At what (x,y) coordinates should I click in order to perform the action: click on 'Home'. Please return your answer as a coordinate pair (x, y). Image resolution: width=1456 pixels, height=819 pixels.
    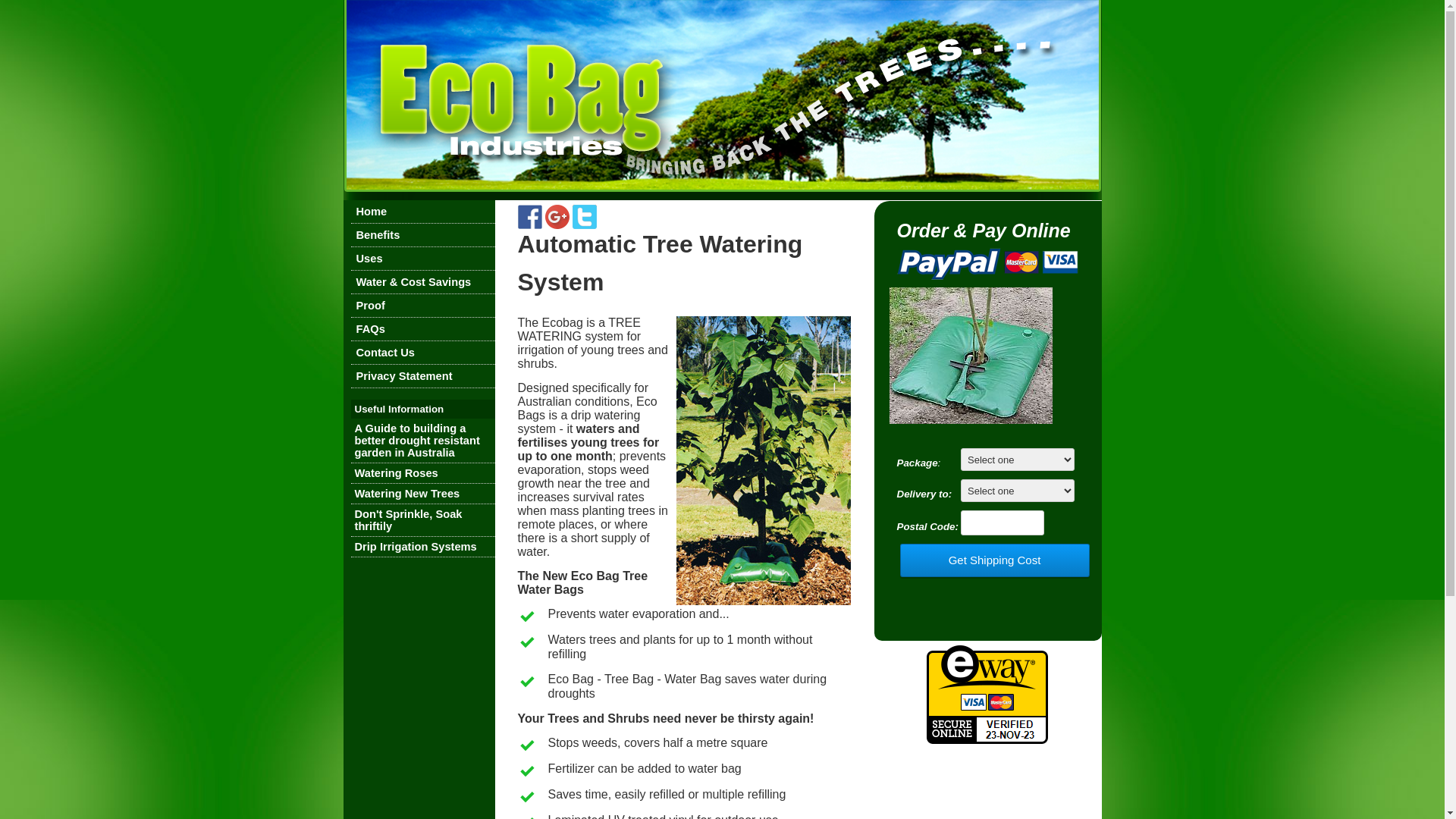
    Looking at the image, I should click on (372, 211).